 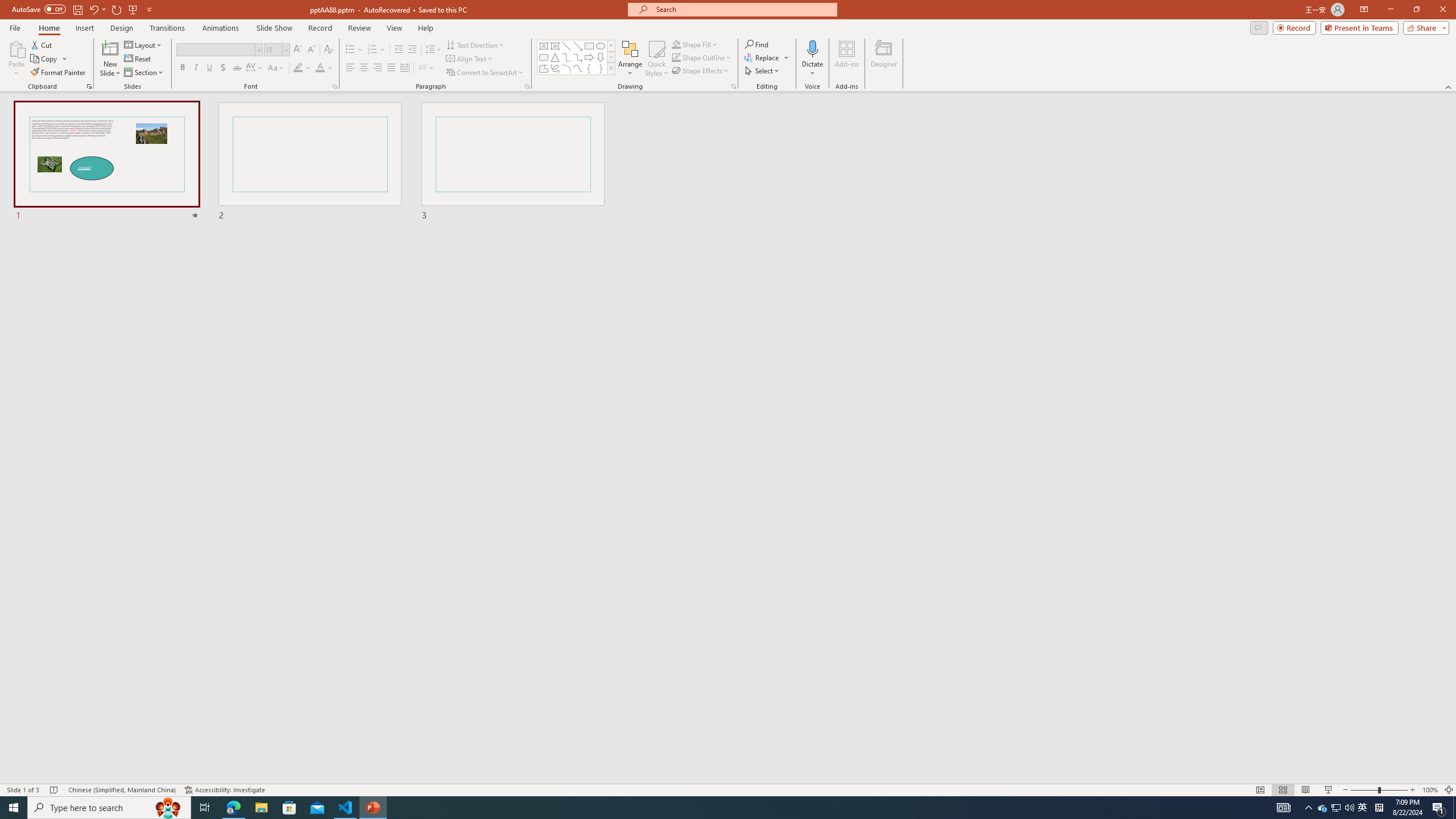 What do you see at coordinates (475, 44) in the screenshot?
I see `'Text Direction'` at bounding box center [475, 44].